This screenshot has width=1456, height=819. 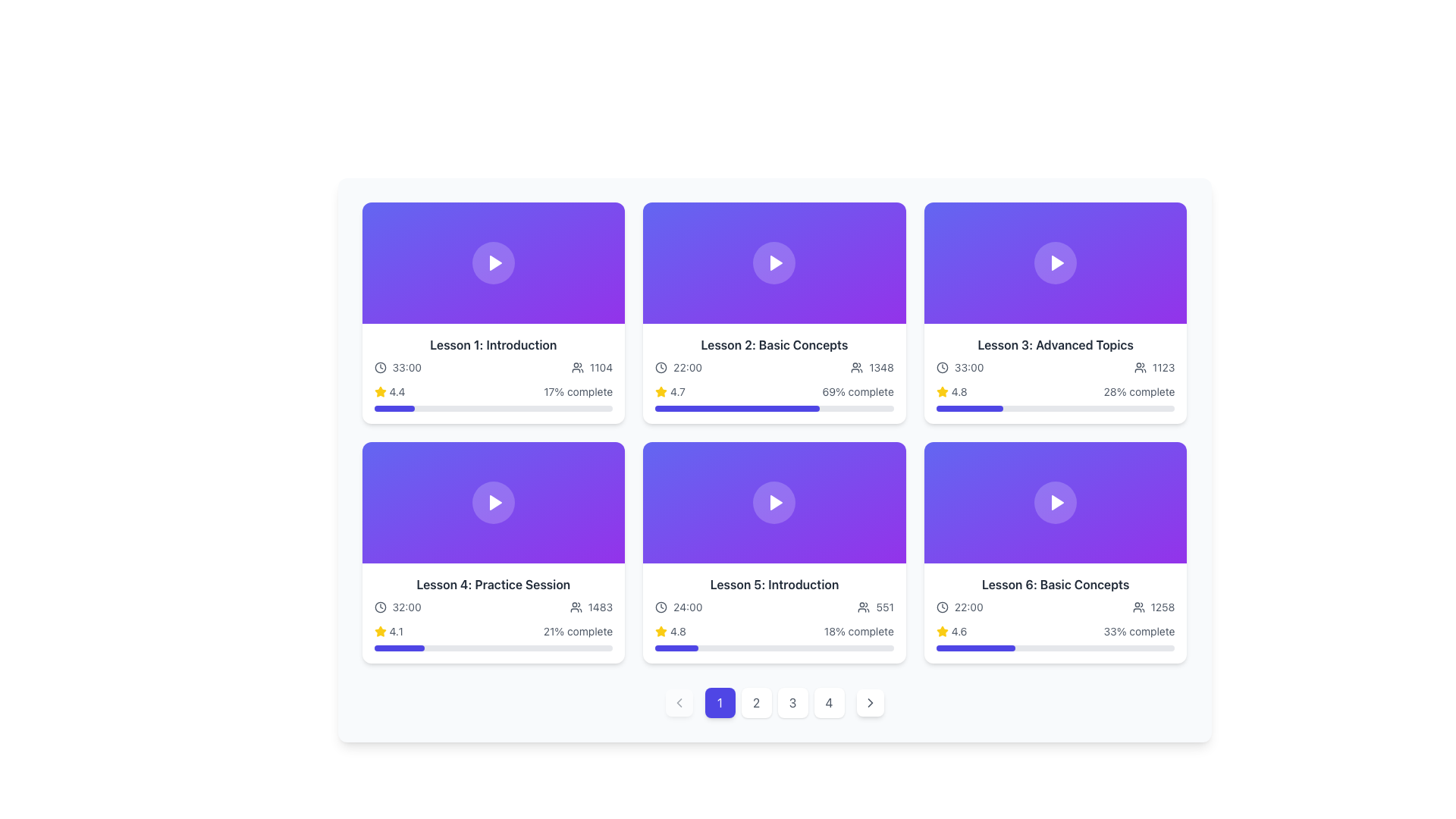 What do you see at coordinates (661, 607) in the screenshot?
I see `the time duration icon located in the bottom-left region of the fifth lesson card, adjacent to the text '24:00'` at bounding box center [661, 607].